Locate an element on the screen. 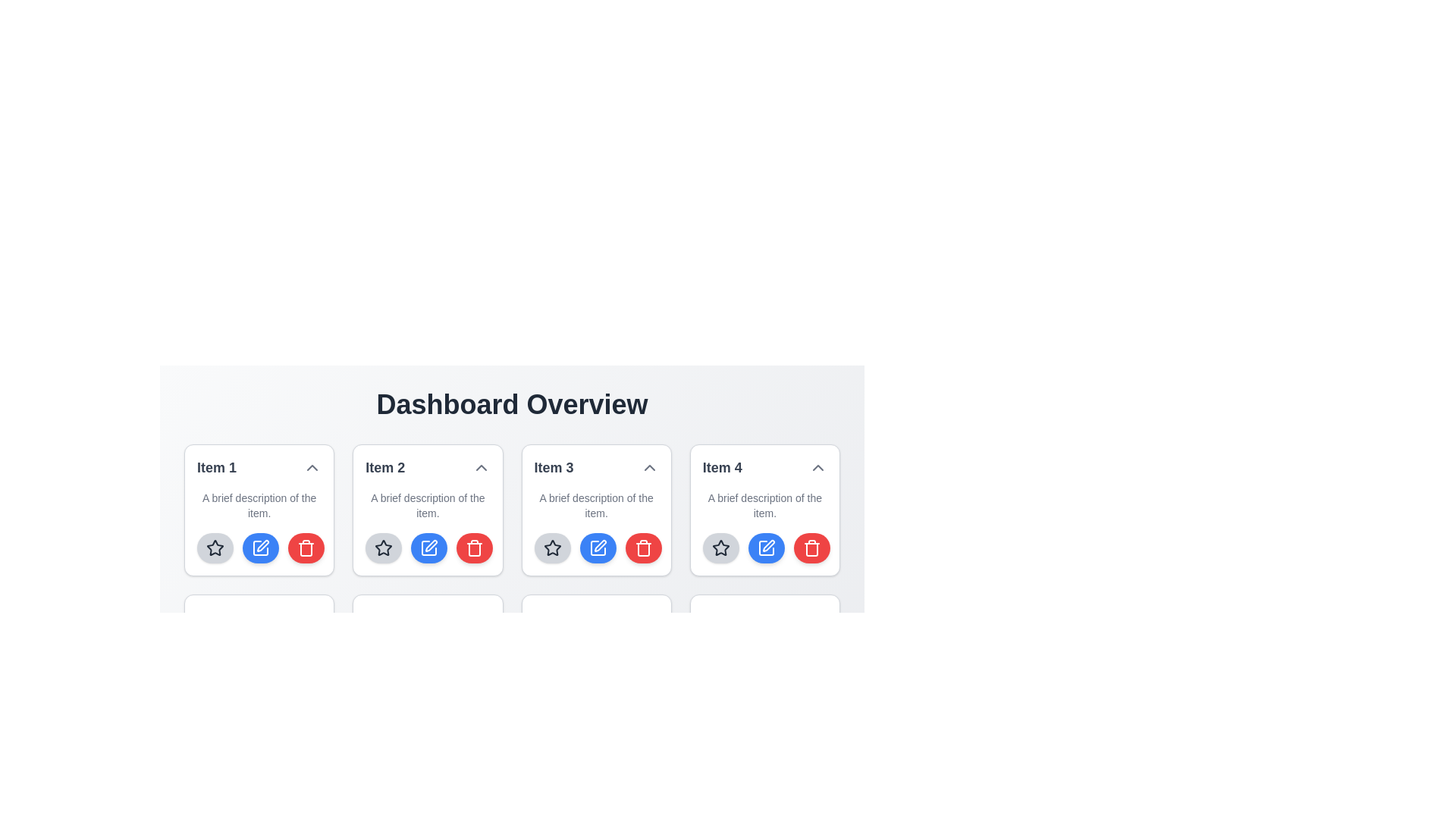  the middle button in the bottom row of buttons in the first card of the dashboard layout is located at coordinates (261, 548).